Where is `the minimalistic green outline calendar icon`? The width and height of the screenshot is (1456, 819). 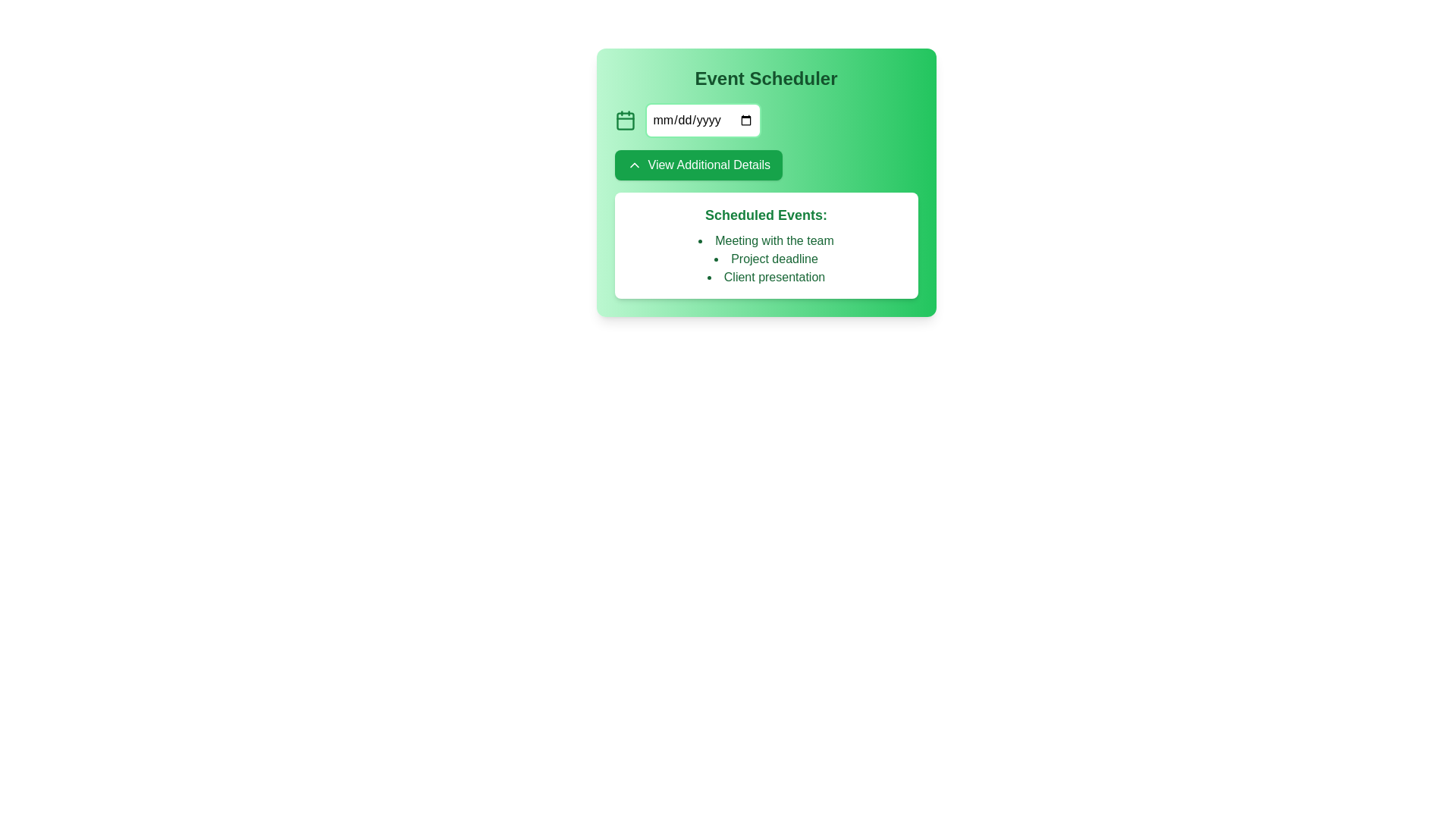 the minimalistic green outline calendar icon is located at coordinates (625, 119).